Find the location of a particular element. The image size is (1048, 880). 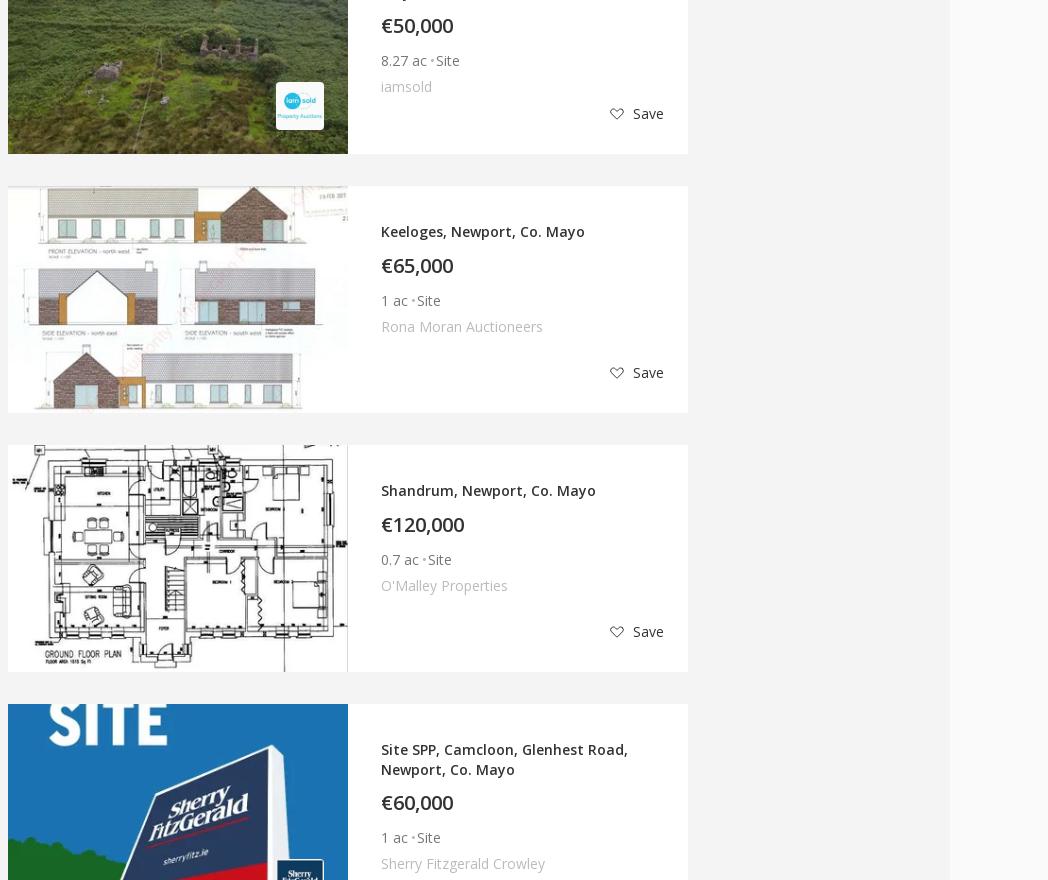

'€50,000' is located at coordinates (416, 24).